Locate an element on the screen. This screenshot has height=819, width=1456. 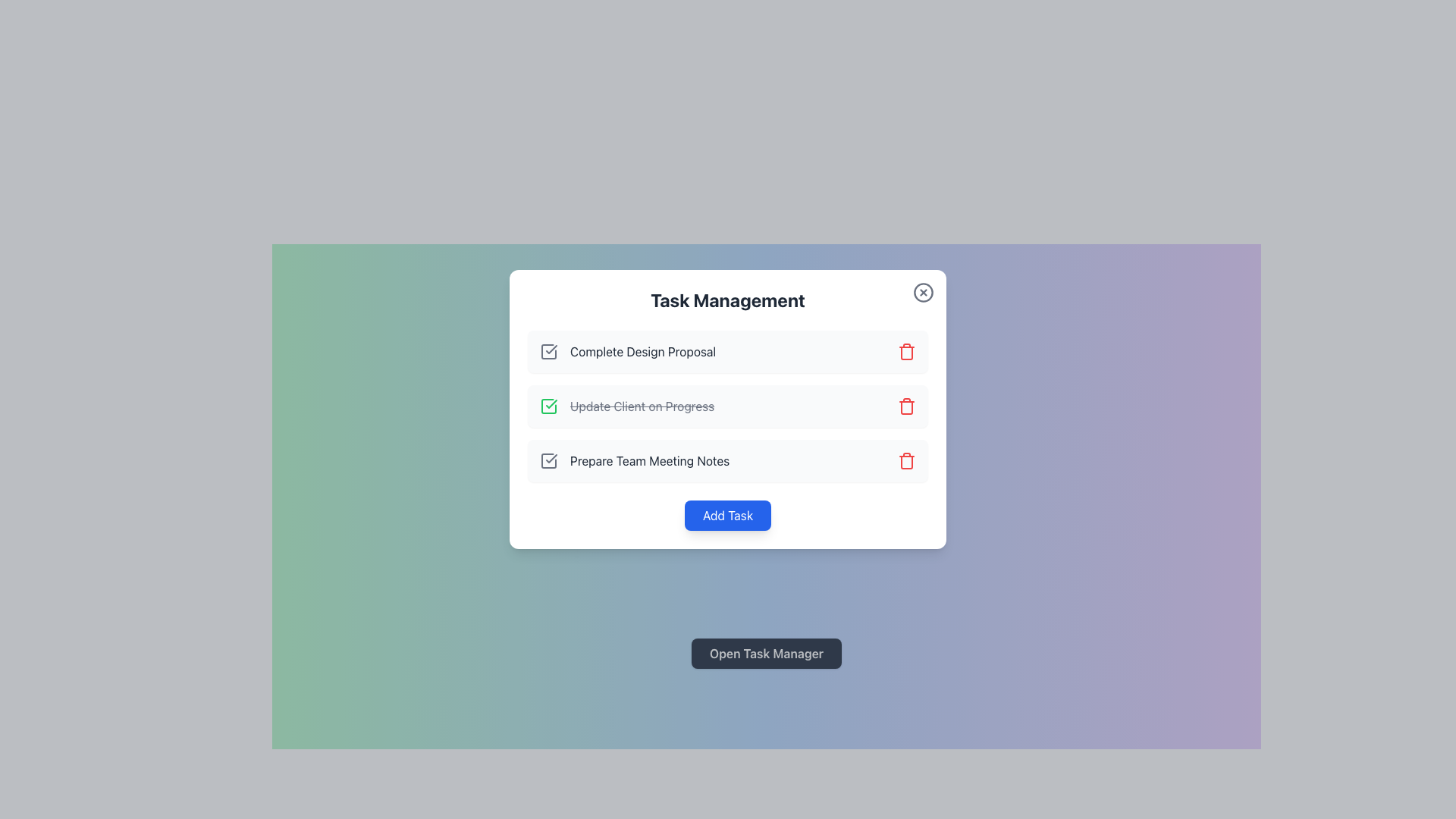
the rectangular button with a dark gray background labeled 'Open Task Manager' is located at coordinates (767, 652).